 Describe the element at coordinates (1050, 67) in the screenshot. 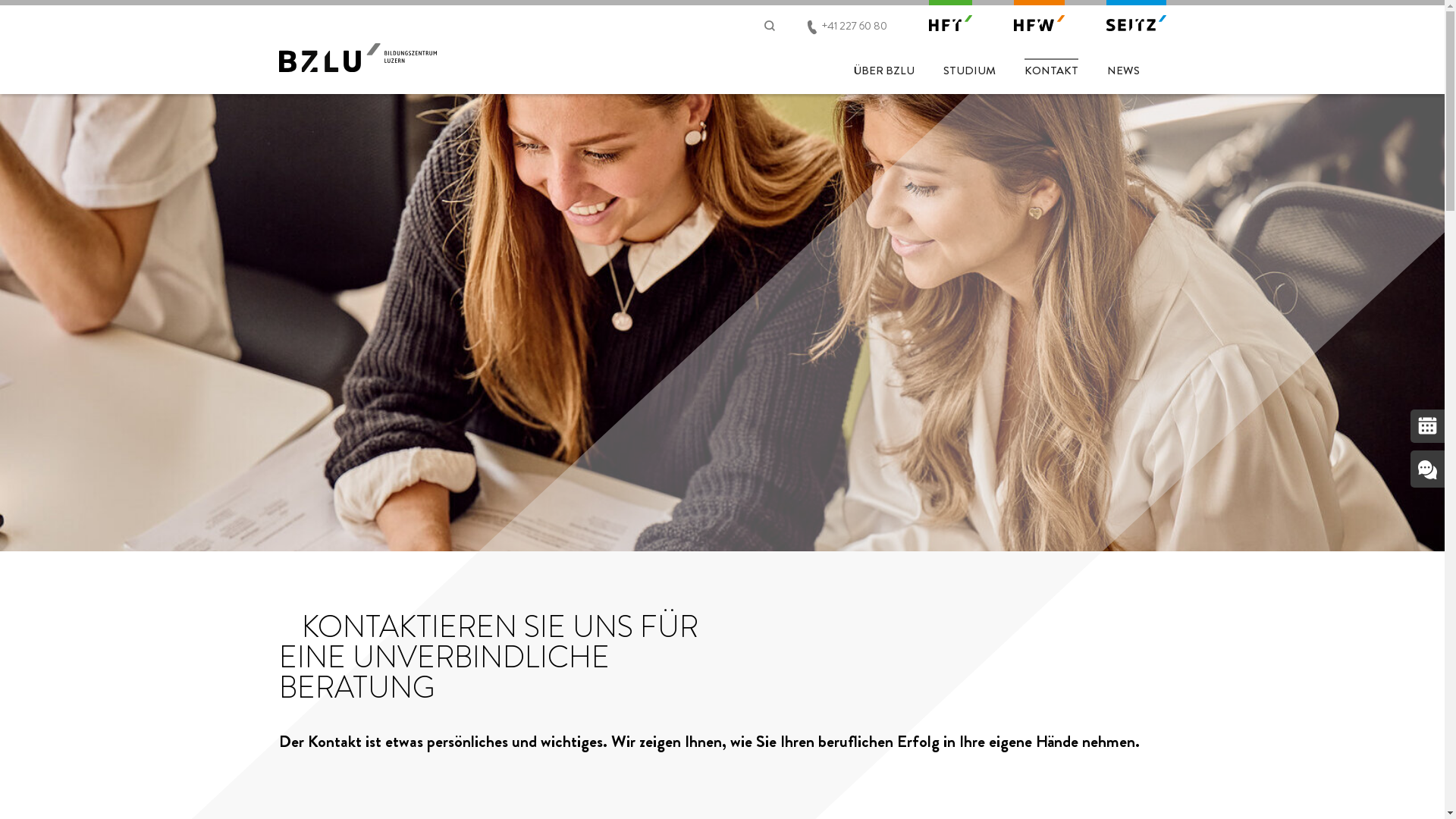

I see `'KONTAKT'` at that location.